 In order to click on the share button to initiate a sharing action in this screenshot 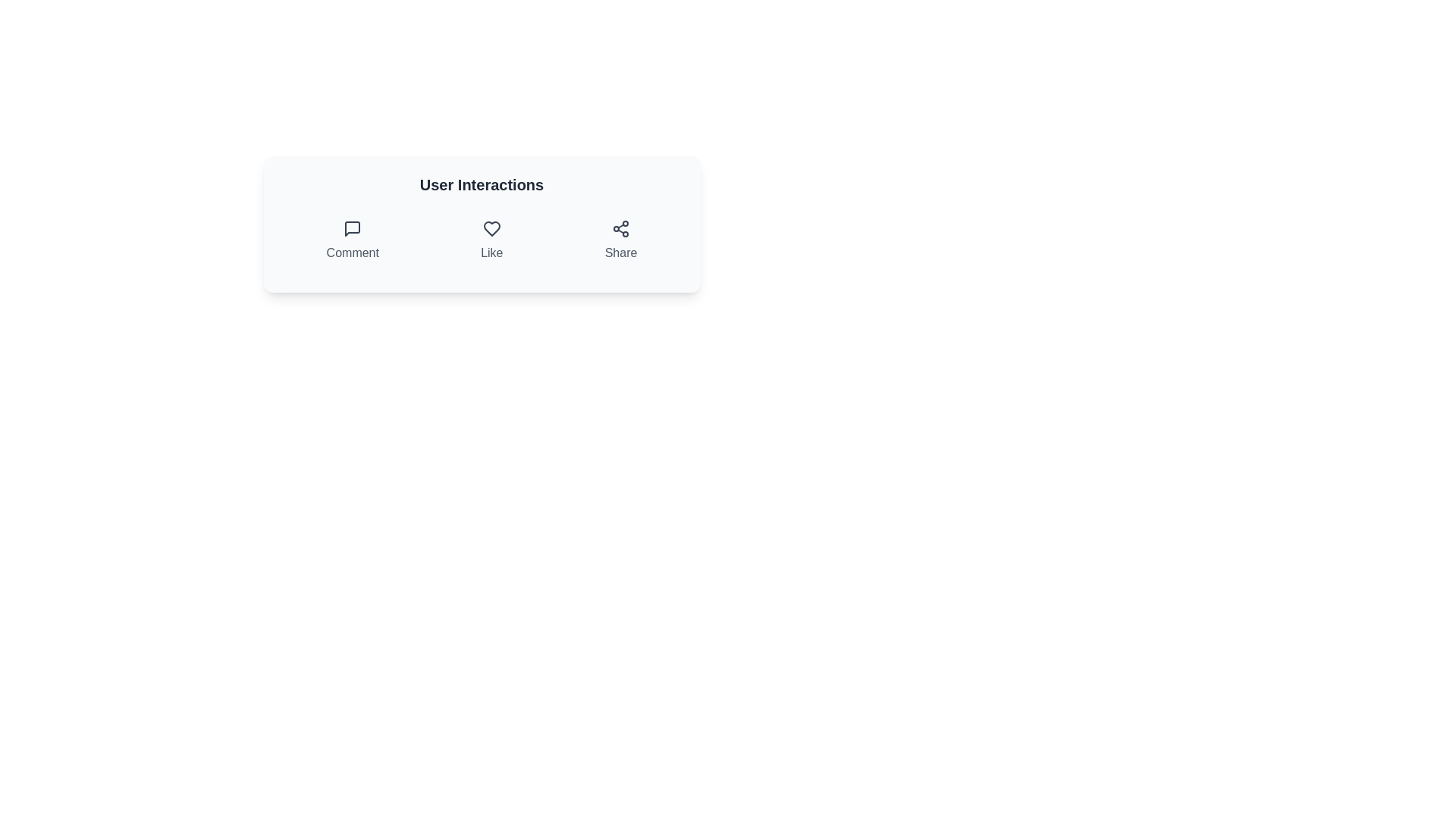, I will do `click(621, 240)`.